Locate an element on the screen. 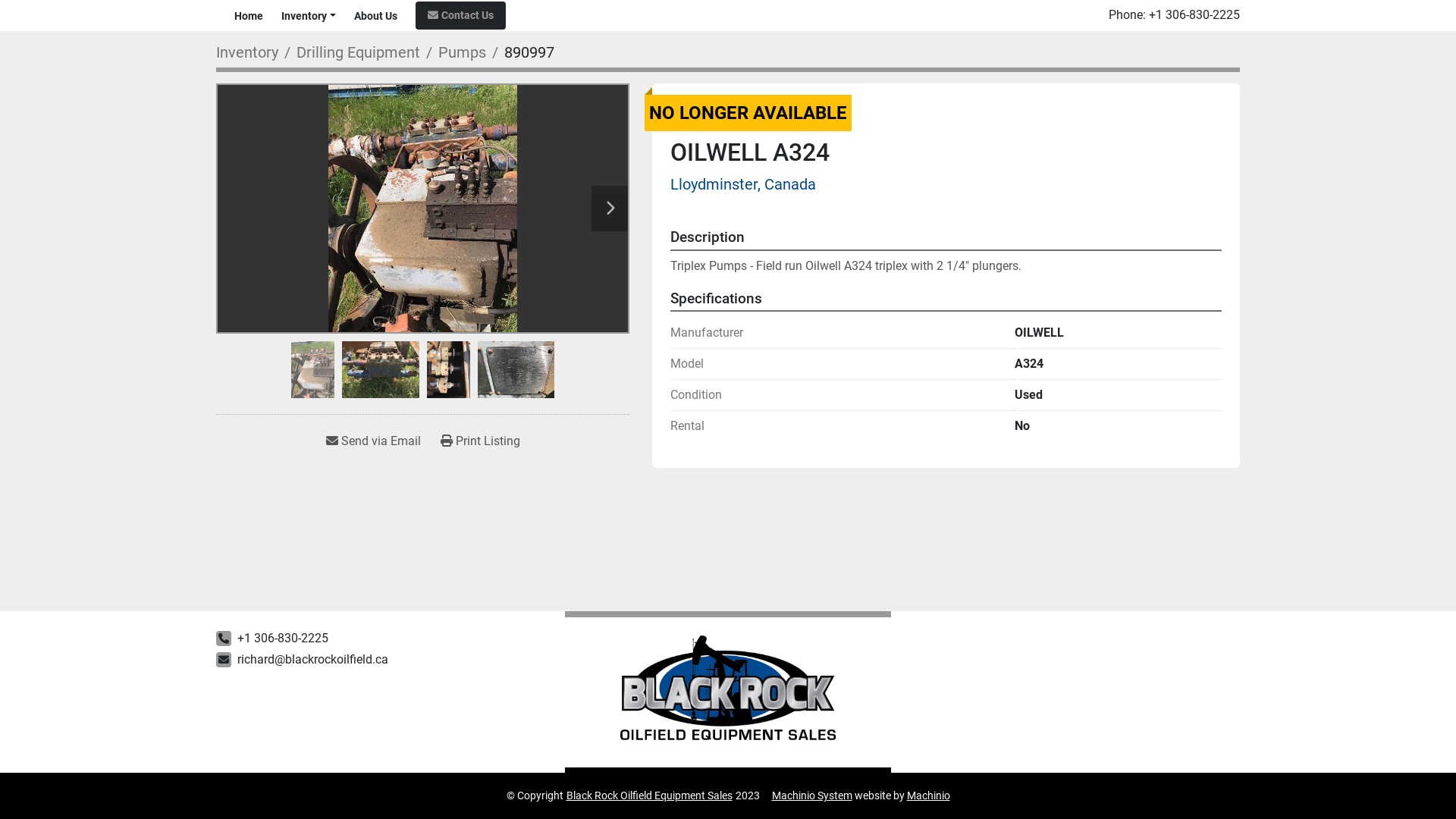 The image size is (1456, 819). '+1 306-830-2225' is located at coordinates (1193, 15).